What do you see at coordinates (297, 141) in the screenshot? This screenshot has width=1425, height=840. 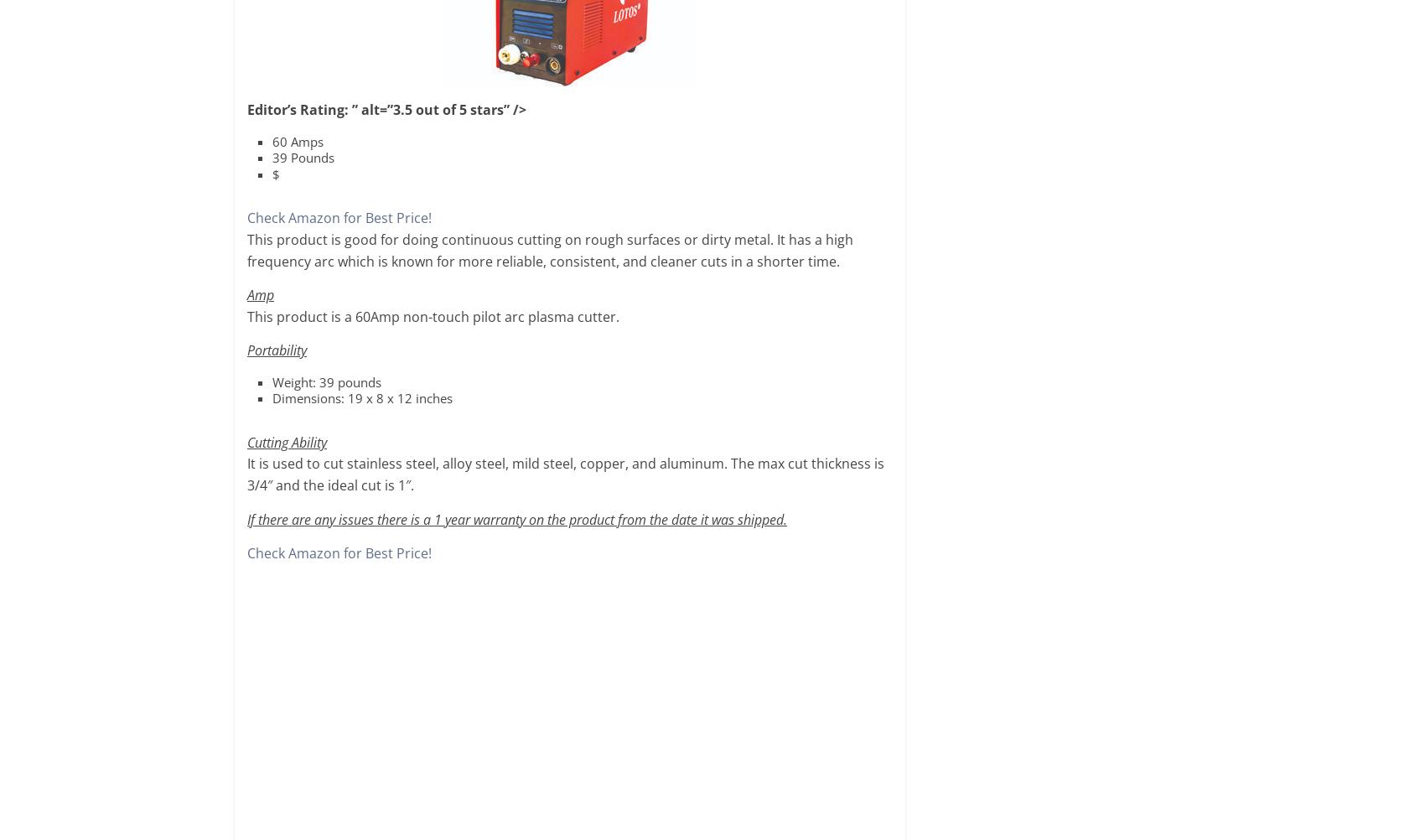 I see `'60 Amps'` at bounding box center [297, 141].